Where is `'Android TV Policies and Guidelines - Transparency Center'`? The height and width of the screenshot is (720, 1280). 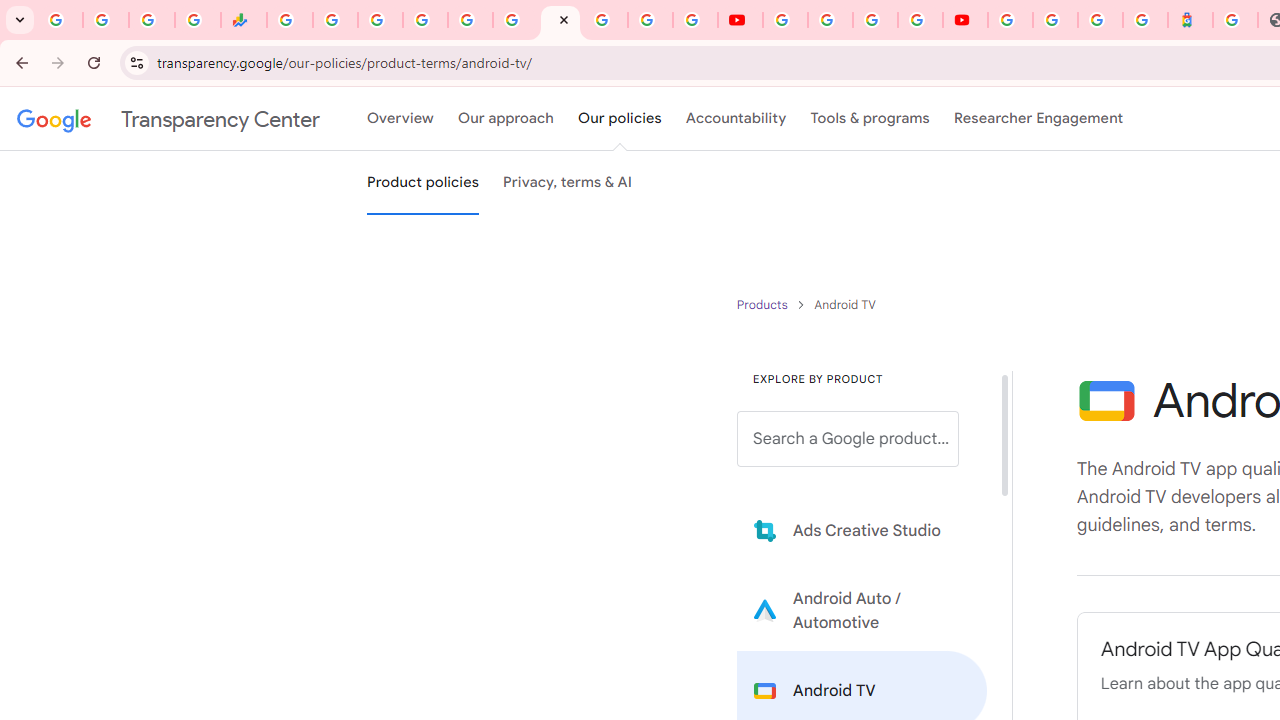 'Android TV Policies and Guidelines - Transparency Center' is located at coordinates (560, 20).